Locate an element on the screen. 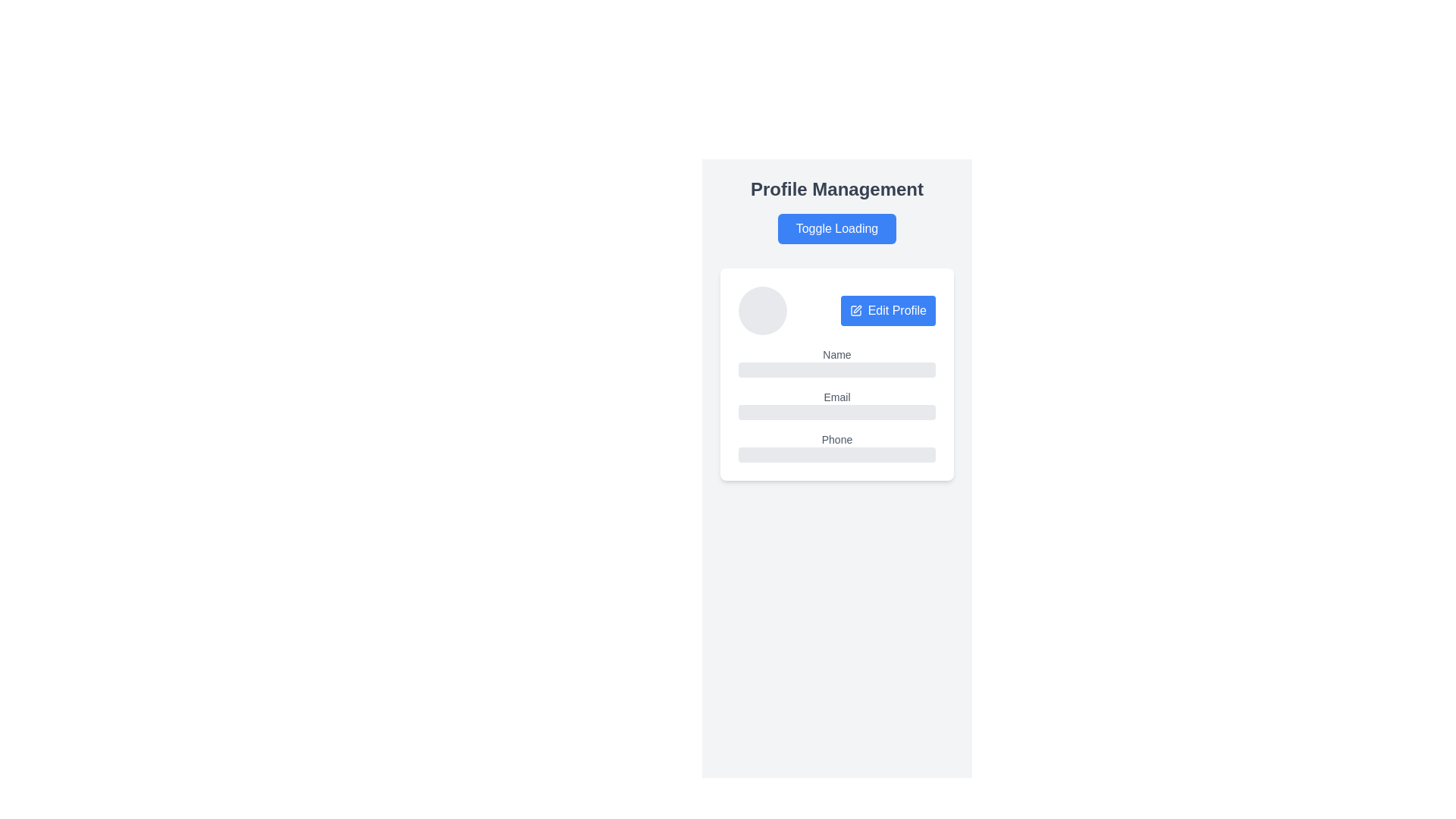 This screenshot has width=1456, height=819. the 'Toggle Loading' button, which is a rectangular button with rounded corners, blue background, and white text, located below 'Profile Management' is located at coordinates (836, 228).